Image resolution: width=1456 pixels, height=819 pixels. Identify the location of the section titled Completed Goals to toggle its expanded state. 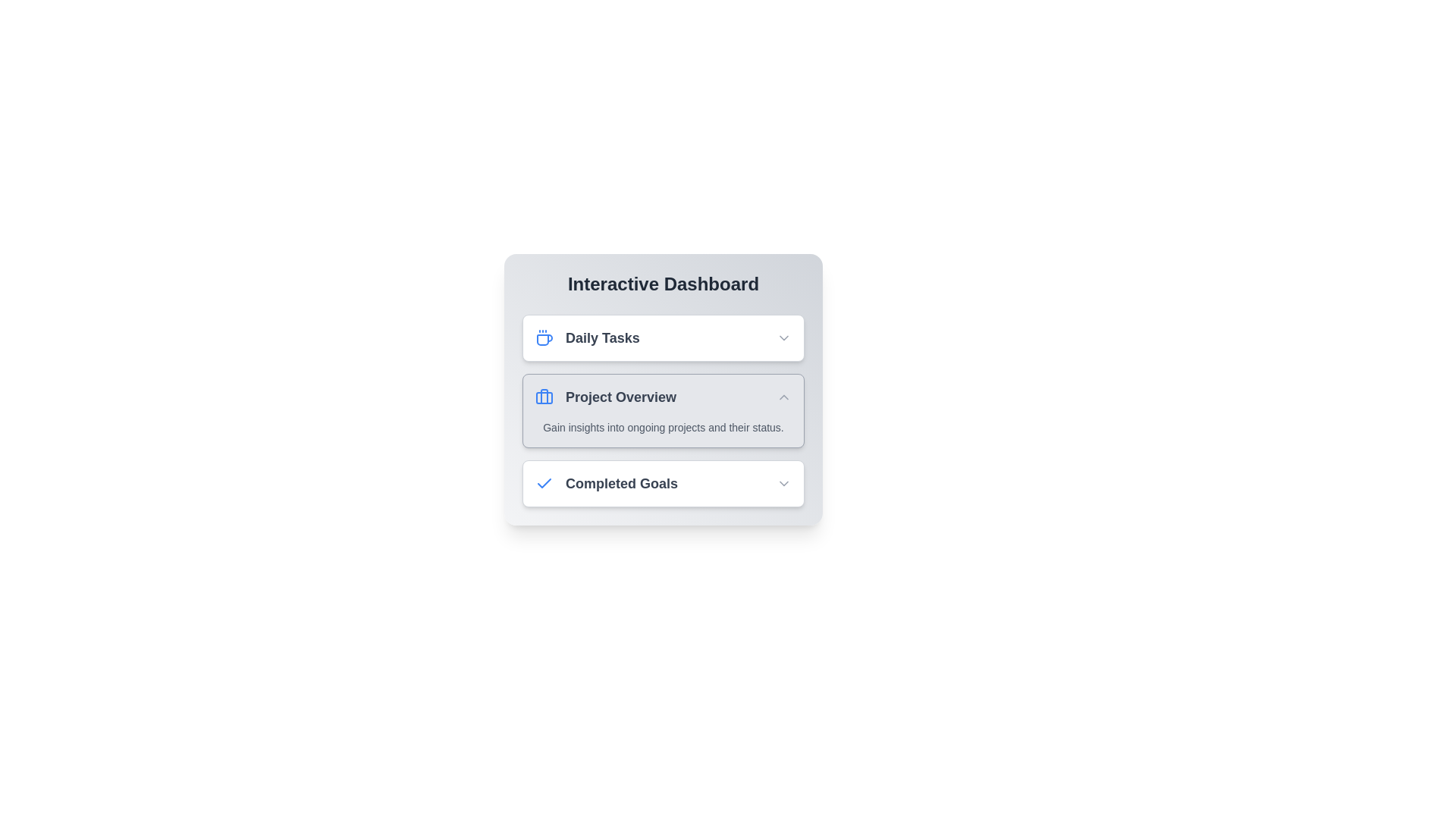
(663, 483).